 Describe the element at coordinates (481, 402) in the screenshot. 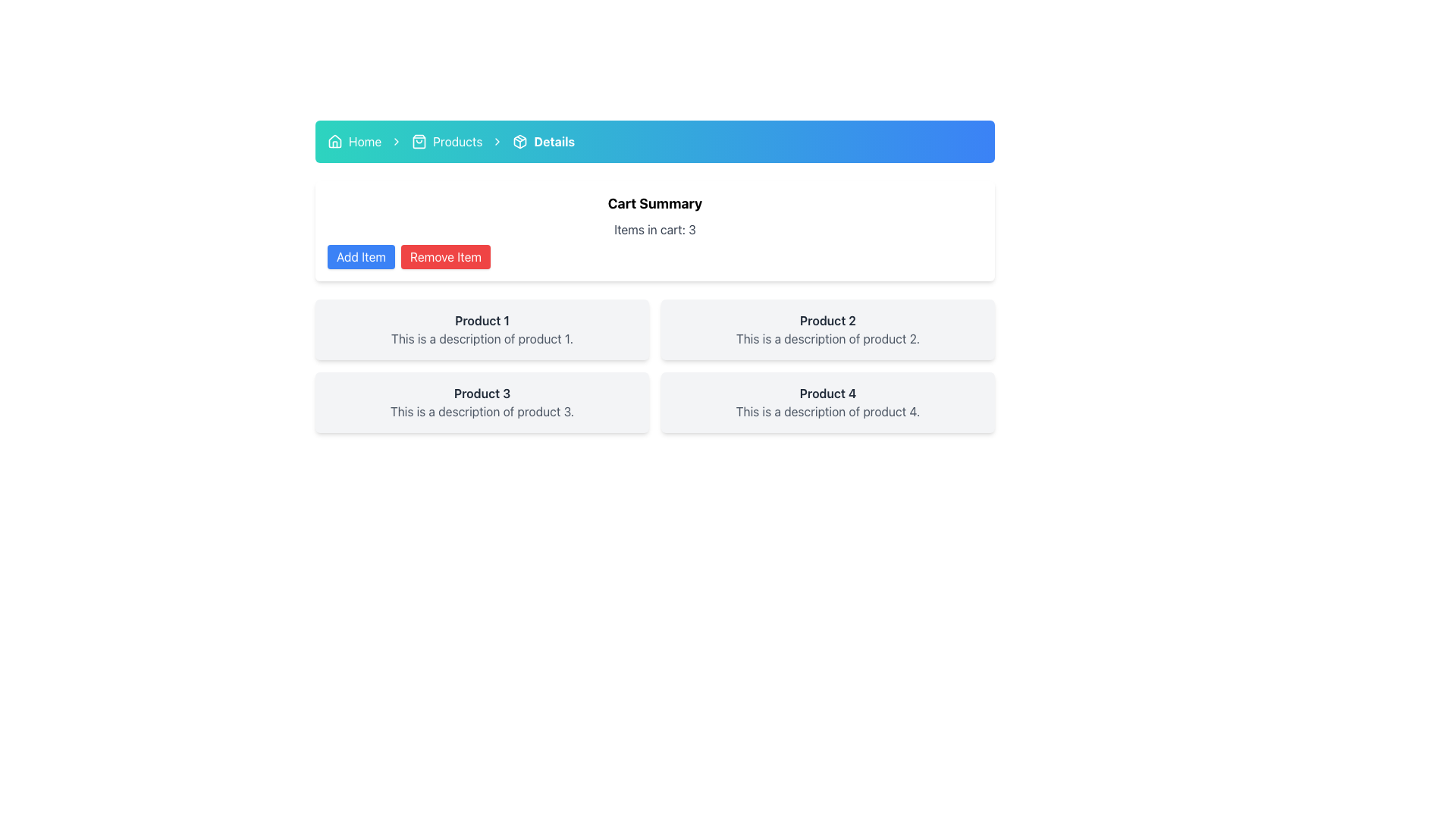

I see `the display card that presents the title and description for 'Product 3', which is the third card in a grid layout positioned in the bottom-left quadrant` at that location.